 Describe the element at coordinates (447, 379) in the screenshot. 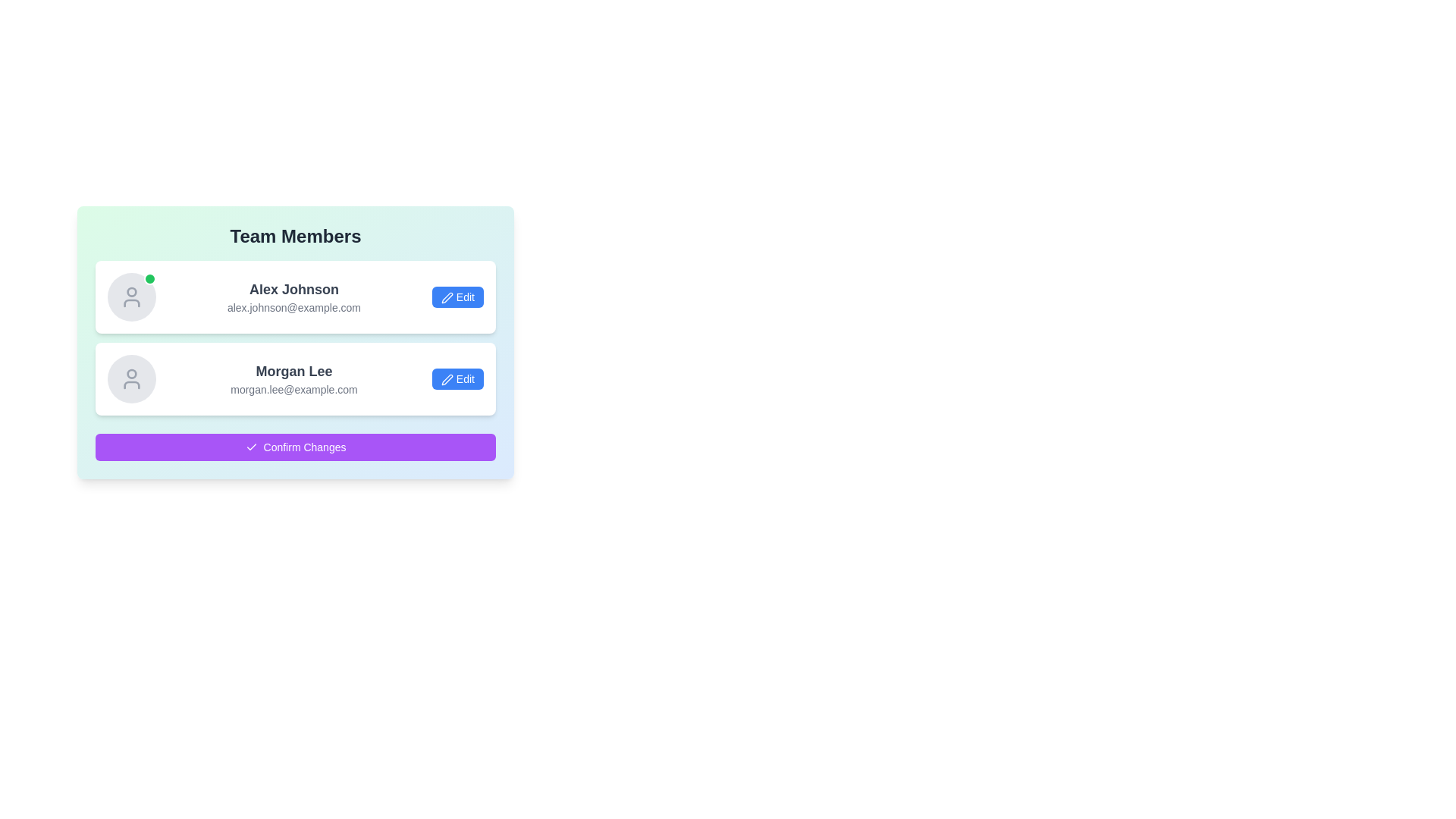

I see `the edit icon located within the blue edit button adjacent to the 'Morgan Lee' list item in the 'Team Members' interface` at that location.